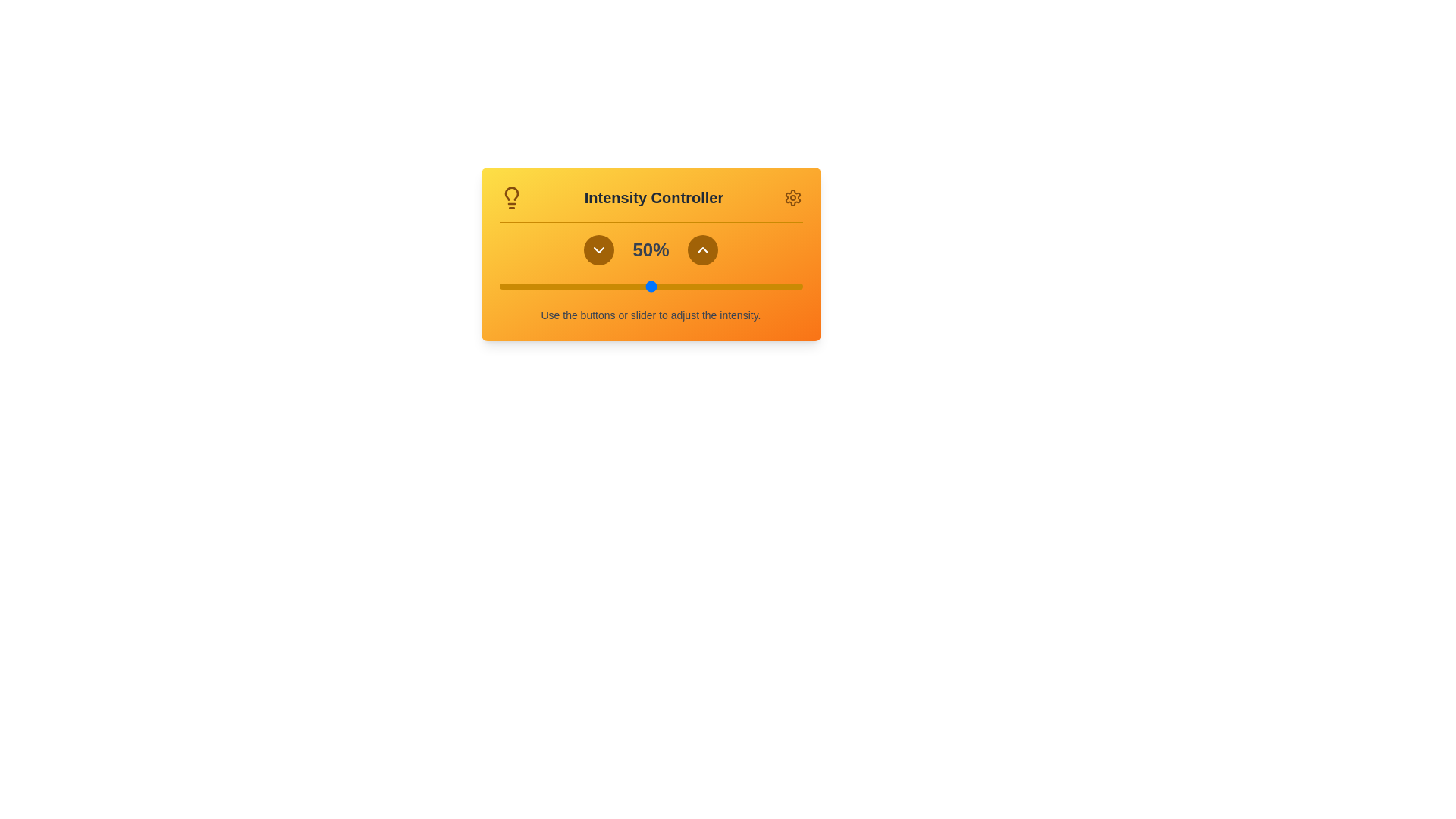  I want to click on the intensity, so click(511, 287).